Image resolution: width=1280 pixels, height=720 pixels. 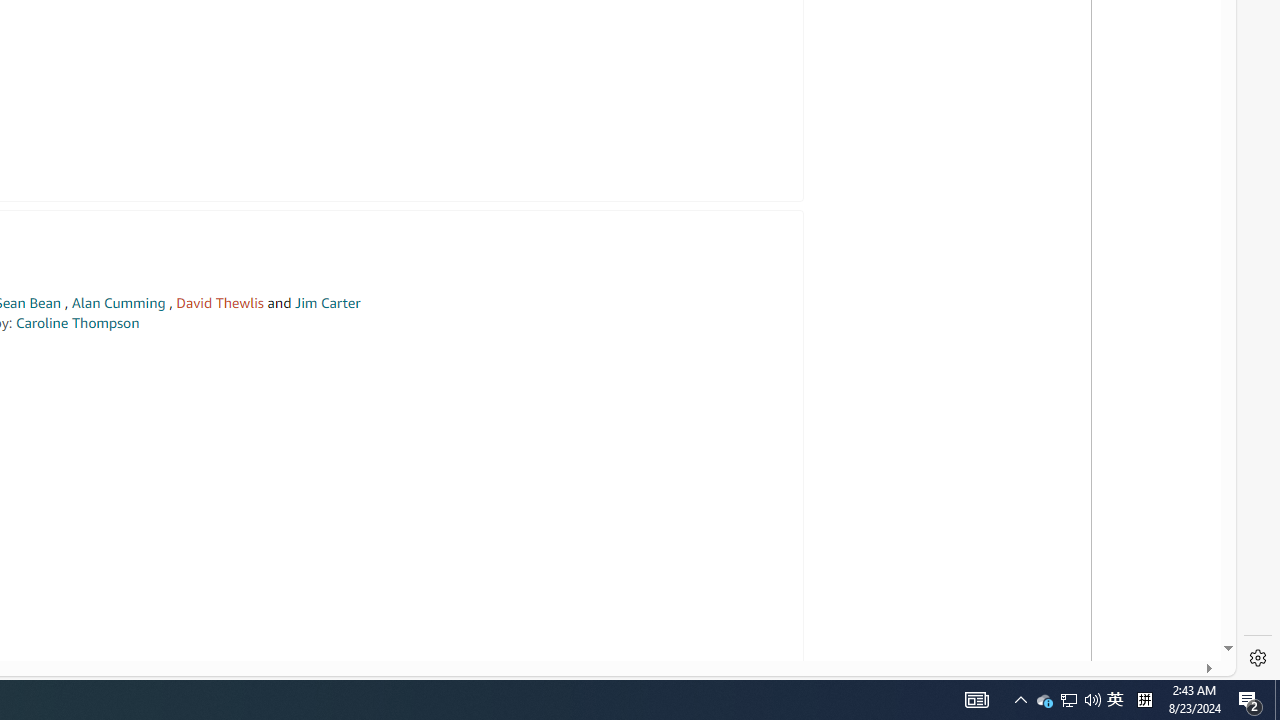 I want to click on 'David Thewlis', so click(x=220, y=303).